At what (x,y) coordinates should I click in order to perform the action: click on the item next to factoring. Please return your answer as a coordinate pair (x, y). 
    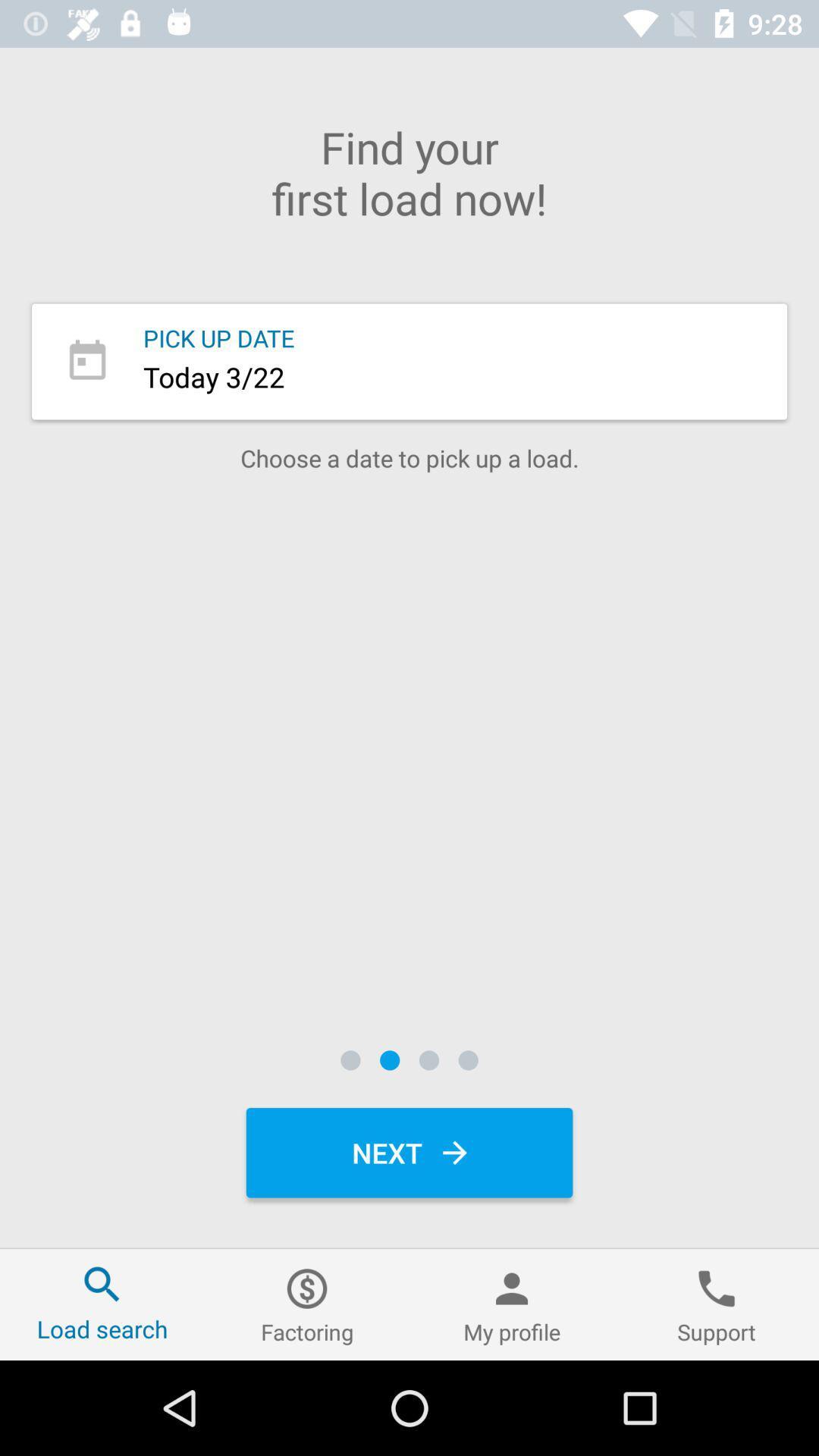
    Looking at the image, I should click on (102, 1304).